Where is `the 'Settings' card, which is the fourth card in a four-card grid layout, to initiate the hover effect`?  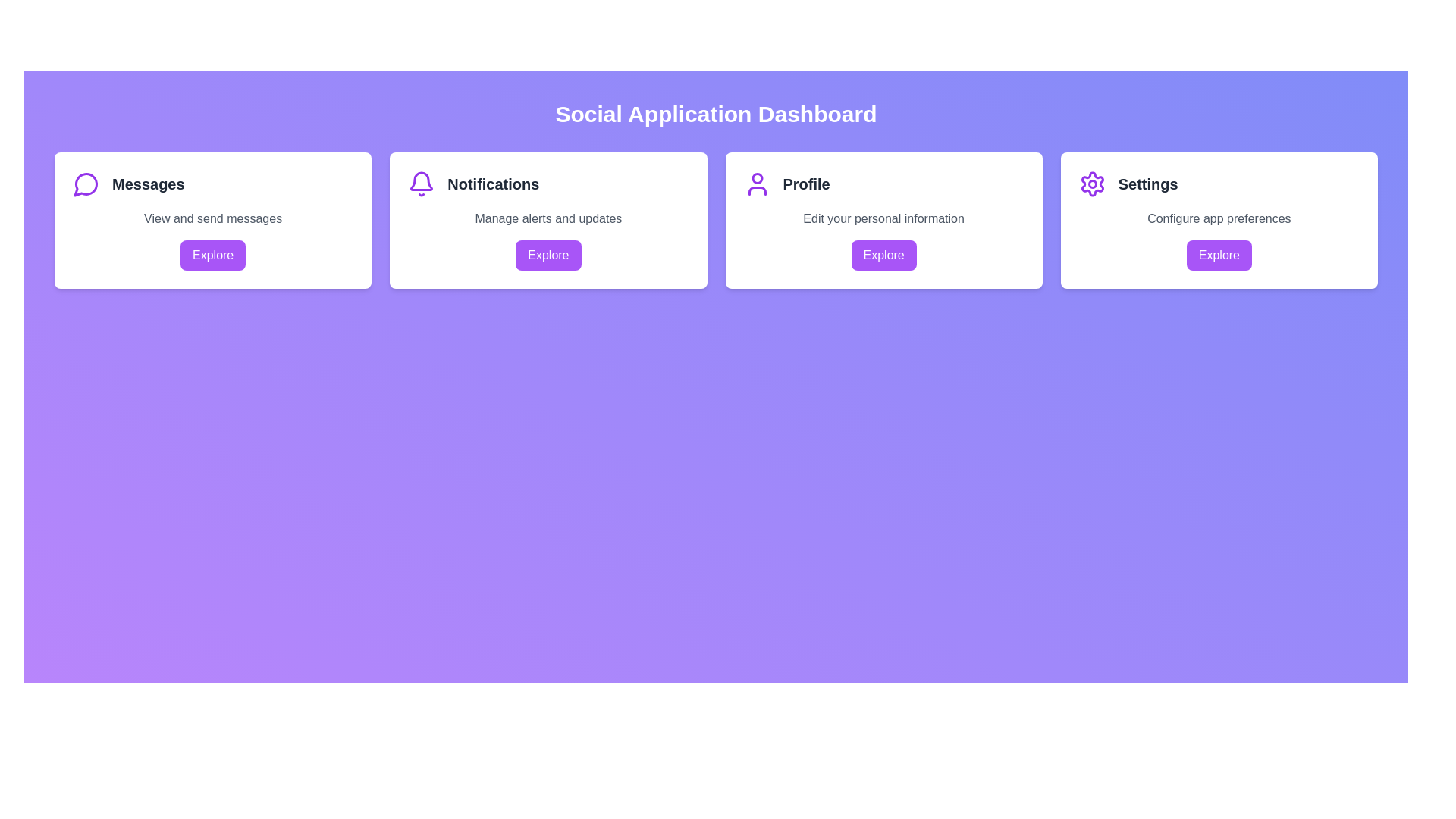 the 'Settings' card, which is the fourth card in a four-card grid layout, to initiate the hover effect is located at coordinates (1219, 220).